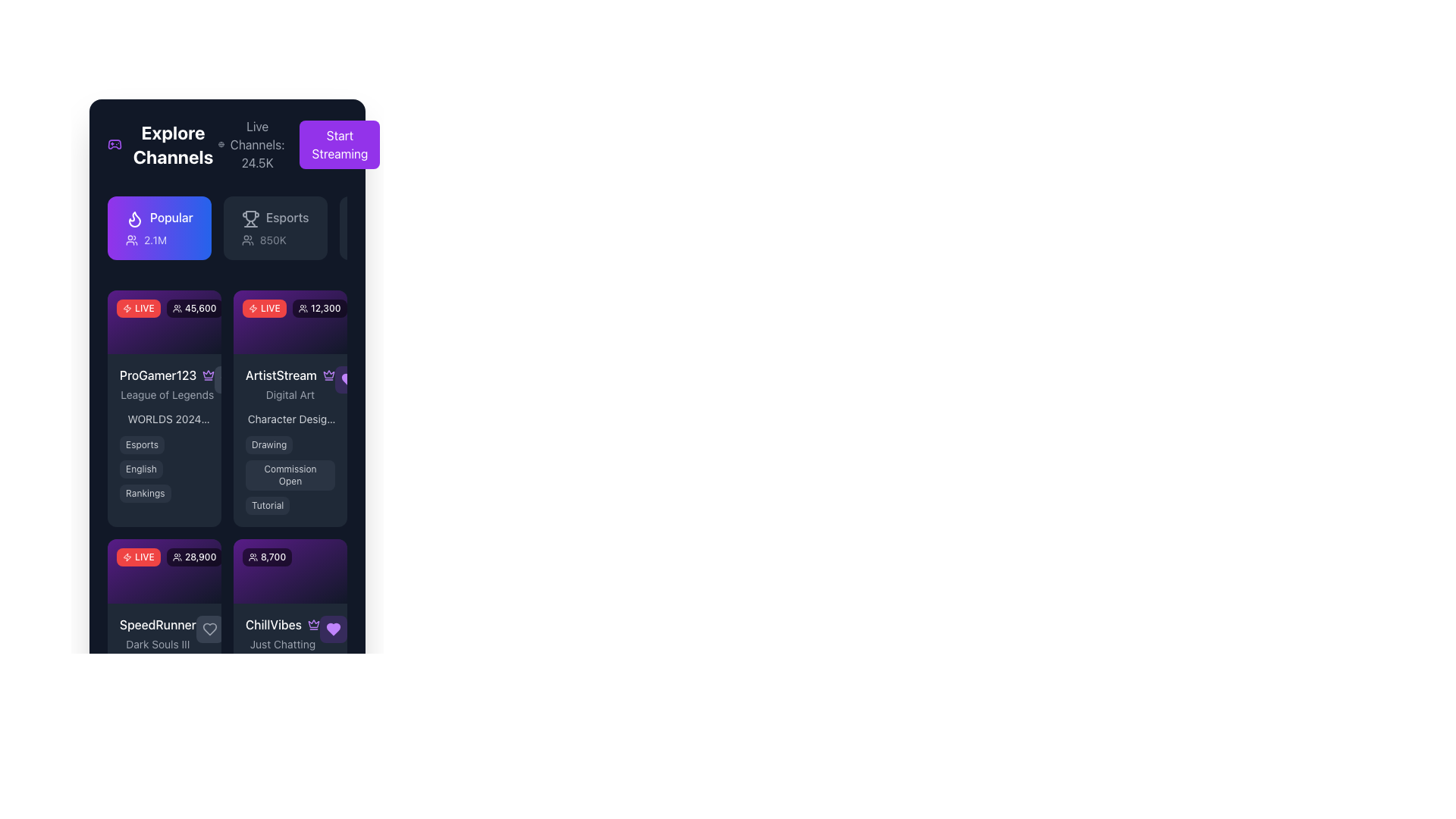 This screenshot has width=1456, height=819. I want to click on the purple crown icon located next to the channel name 'ArtistStream', which serves as a visual indicator of status, so click(208, 374).